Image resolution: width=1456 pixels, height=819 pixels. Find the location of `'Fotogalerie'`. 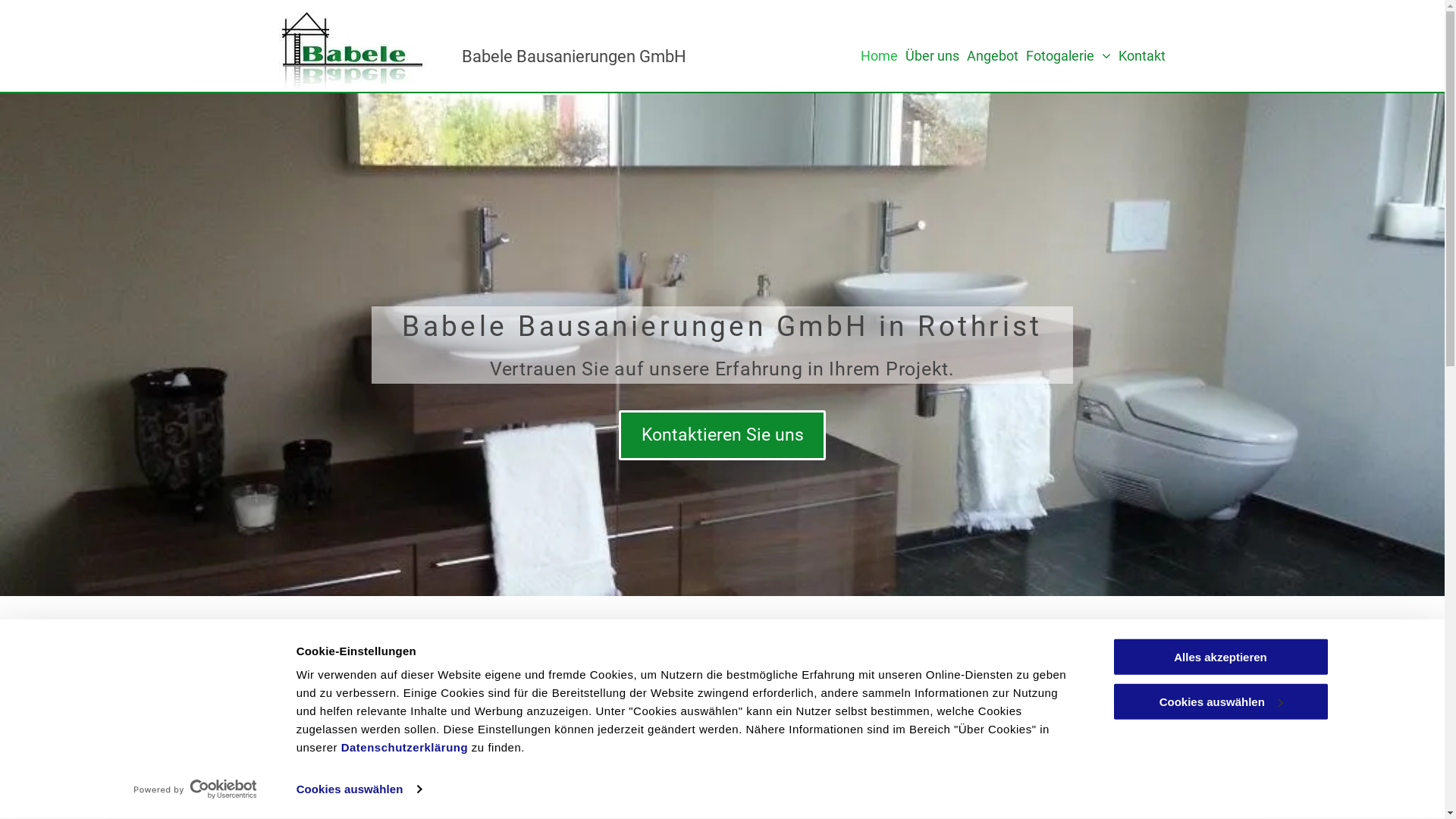

'Fotogalerie' is located at coordinates (1068, 55).